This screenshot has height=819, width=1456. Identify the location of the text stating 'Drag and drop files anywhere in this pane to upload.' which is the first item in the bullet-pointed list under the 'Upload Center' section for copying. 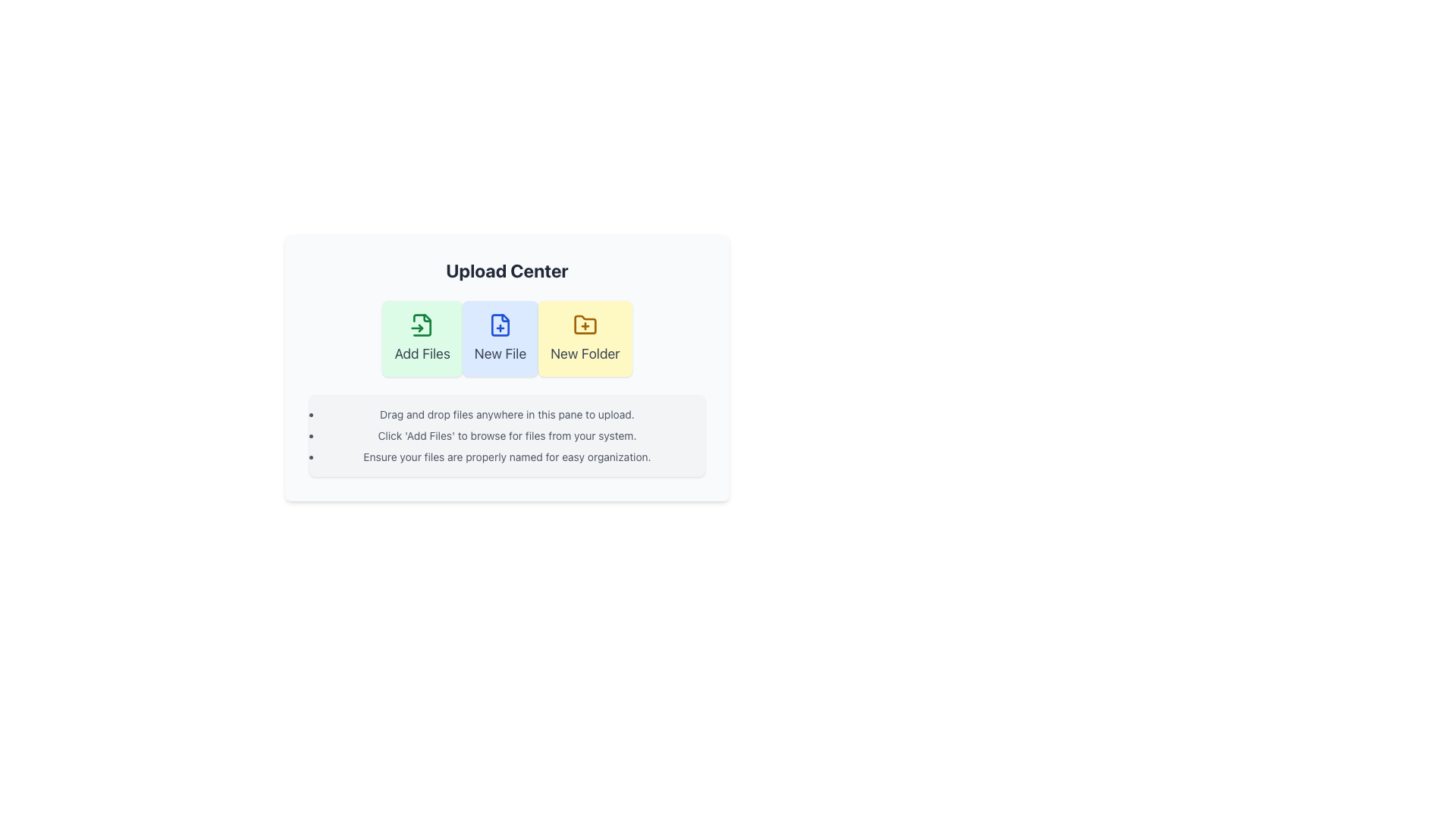
(507, 415).